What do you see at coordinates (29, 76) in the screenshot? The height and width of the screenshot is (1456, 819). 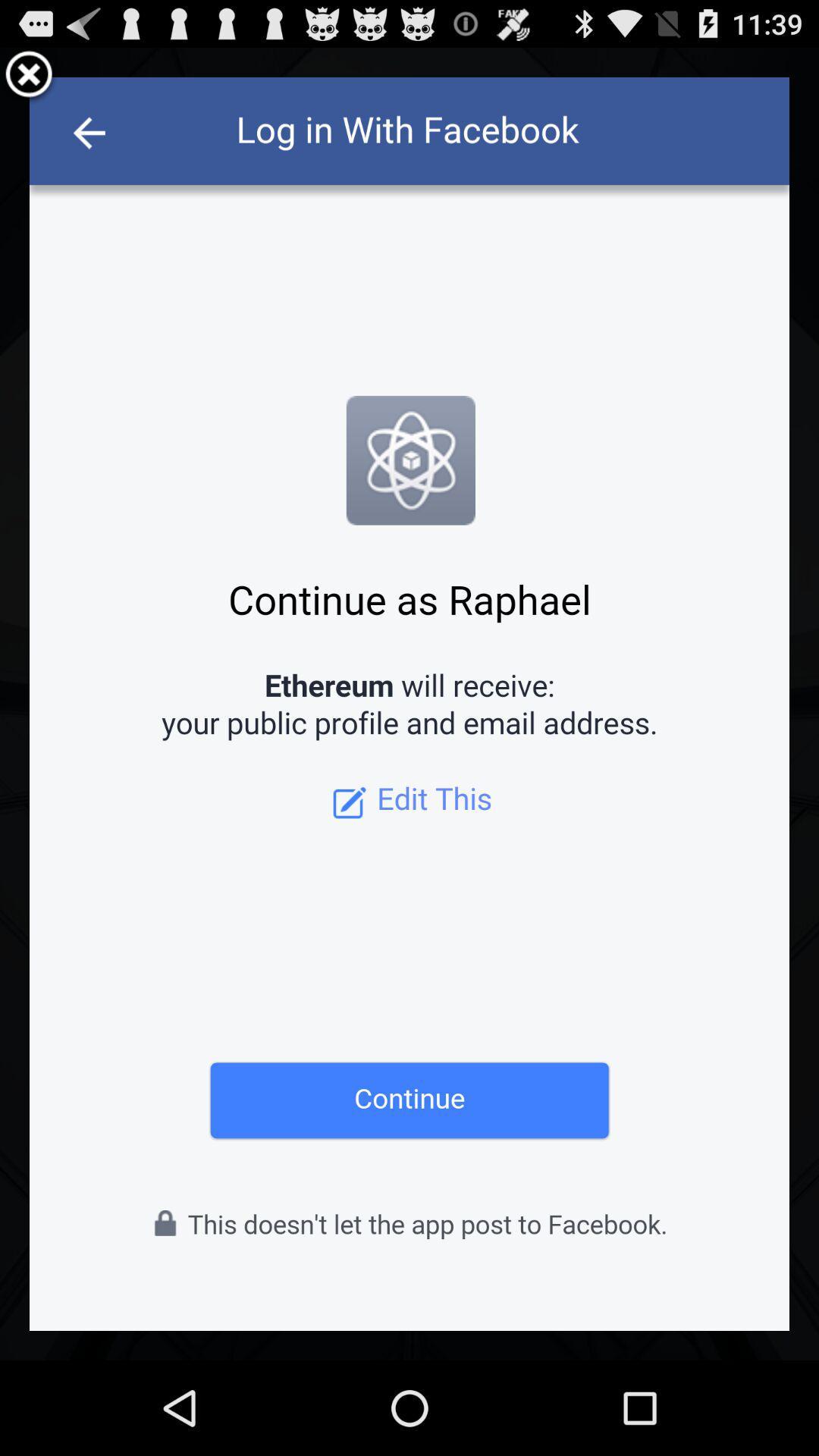 I see `the tab` at bounding box center [29, 76].